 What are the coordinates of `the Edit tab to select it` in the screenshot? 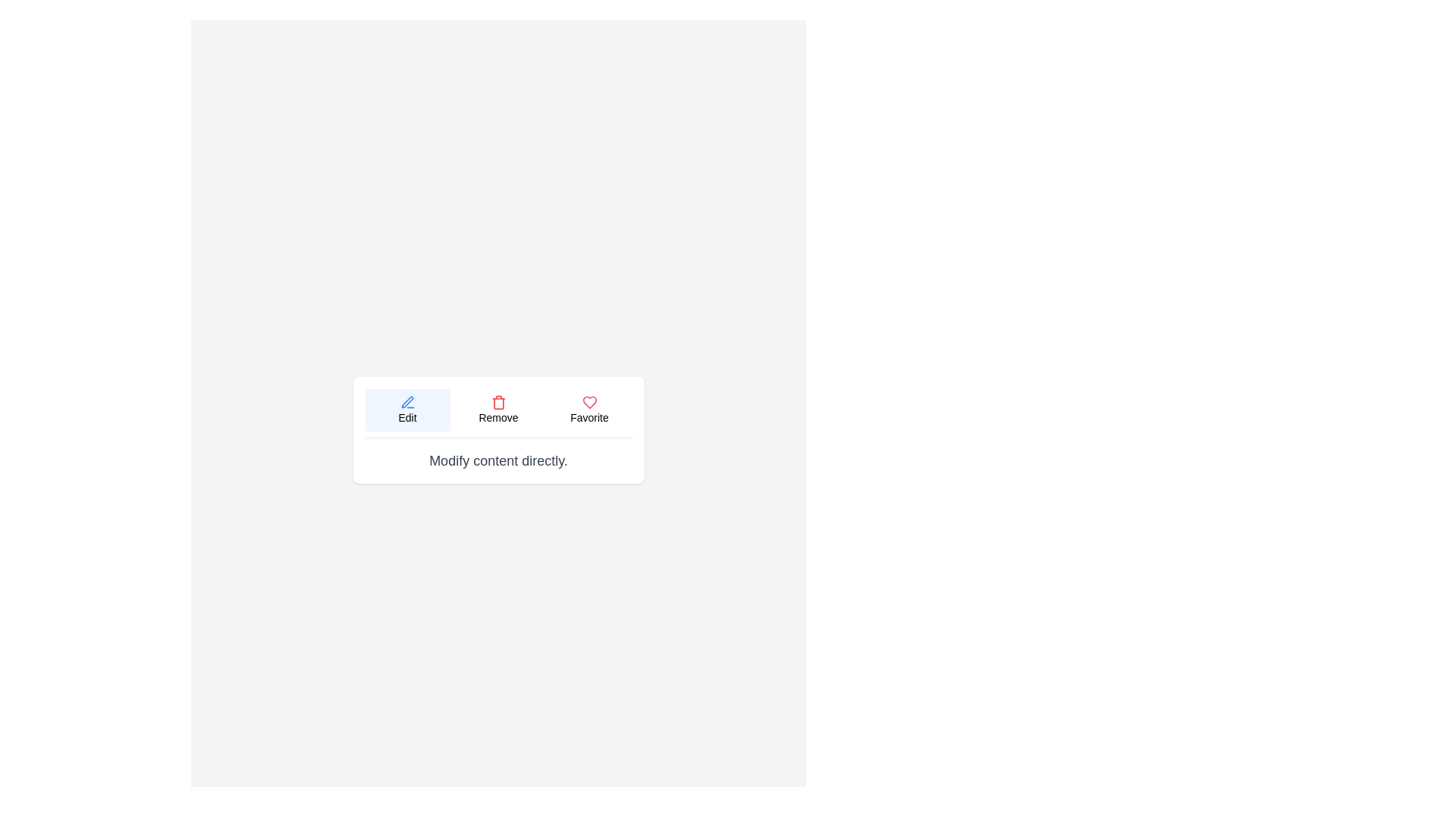 It's located at (407, 409).